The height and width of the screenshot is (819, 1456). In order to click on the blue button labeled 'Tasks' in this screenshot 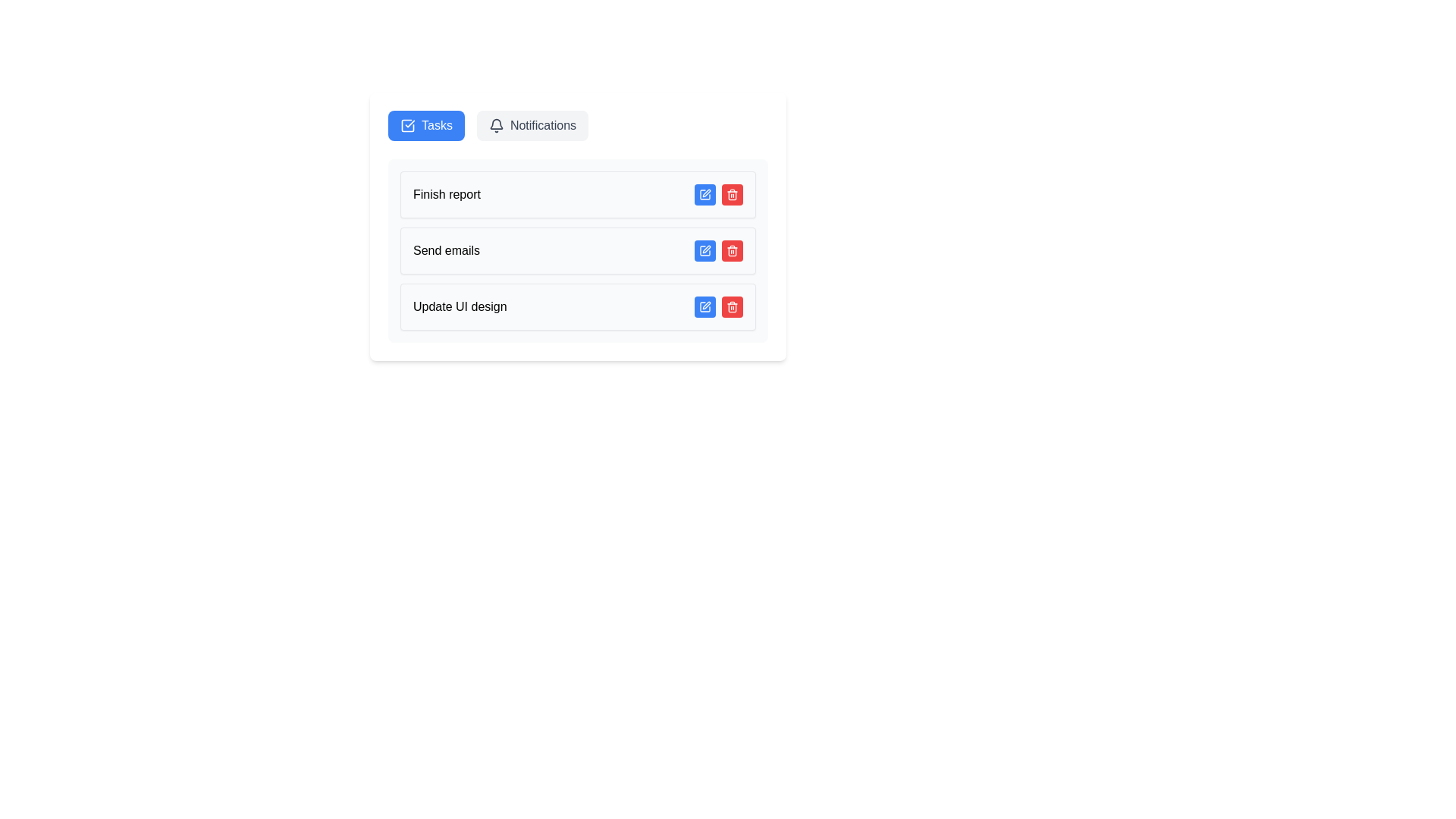, I will do `click(425, 124)`.